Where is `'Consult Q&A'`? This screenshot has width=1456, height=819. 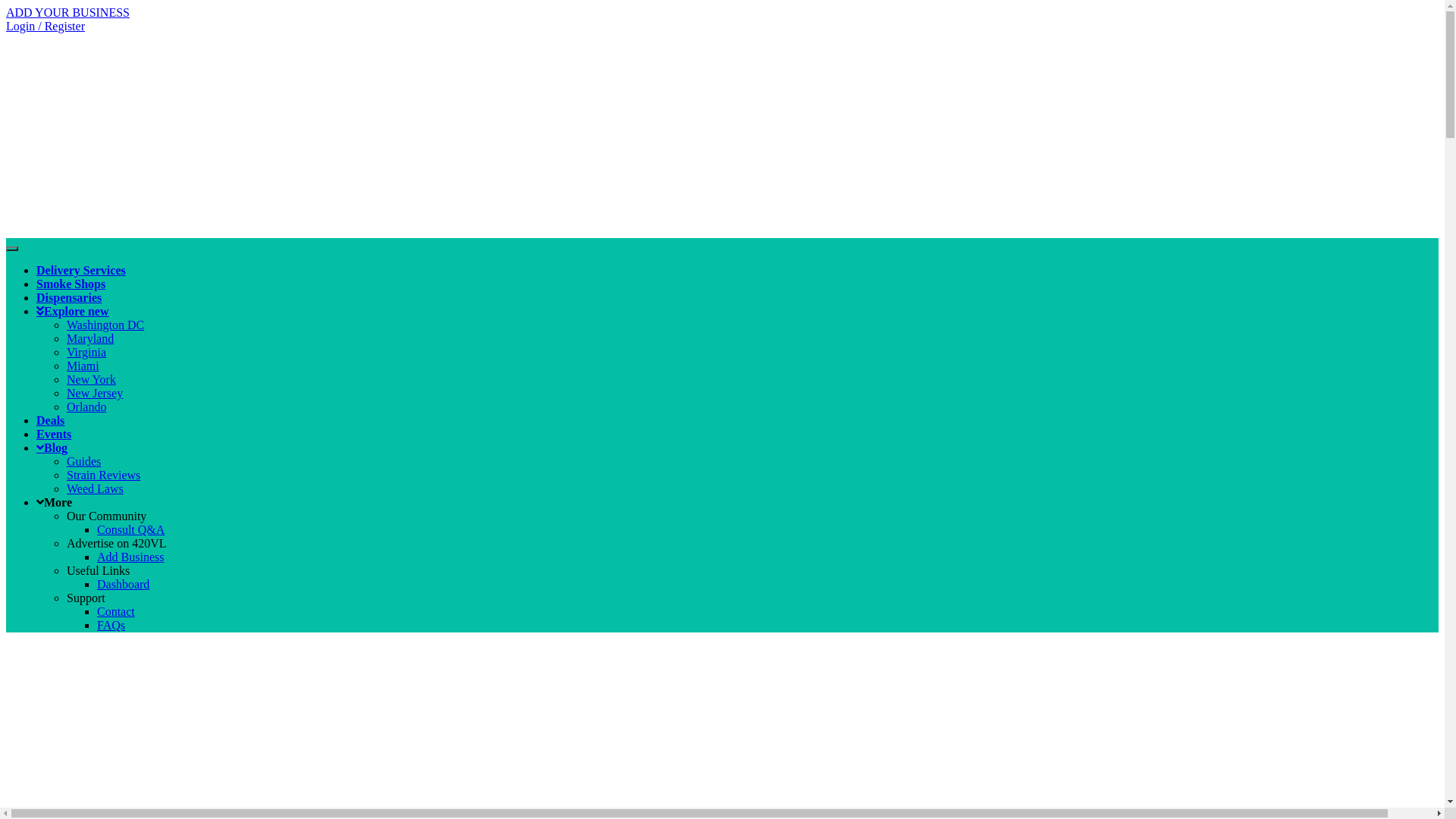 'Consult Q&A' is located at coordinates (130, 529).